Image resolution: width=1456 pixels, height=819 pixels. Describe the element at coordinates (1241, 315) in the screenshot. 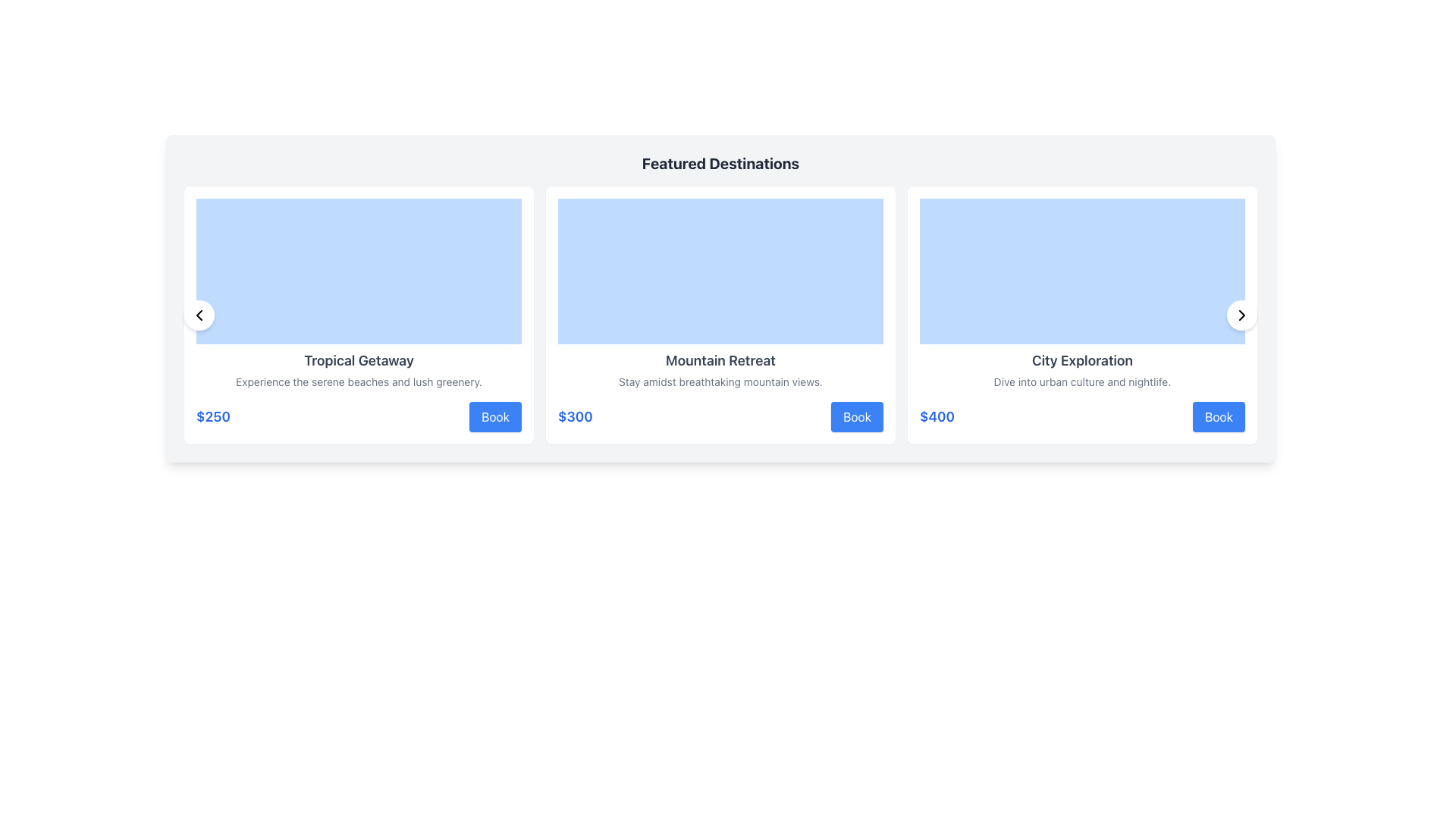

I see `the circular button with a white background and a right-facing chevron icon` at that location.